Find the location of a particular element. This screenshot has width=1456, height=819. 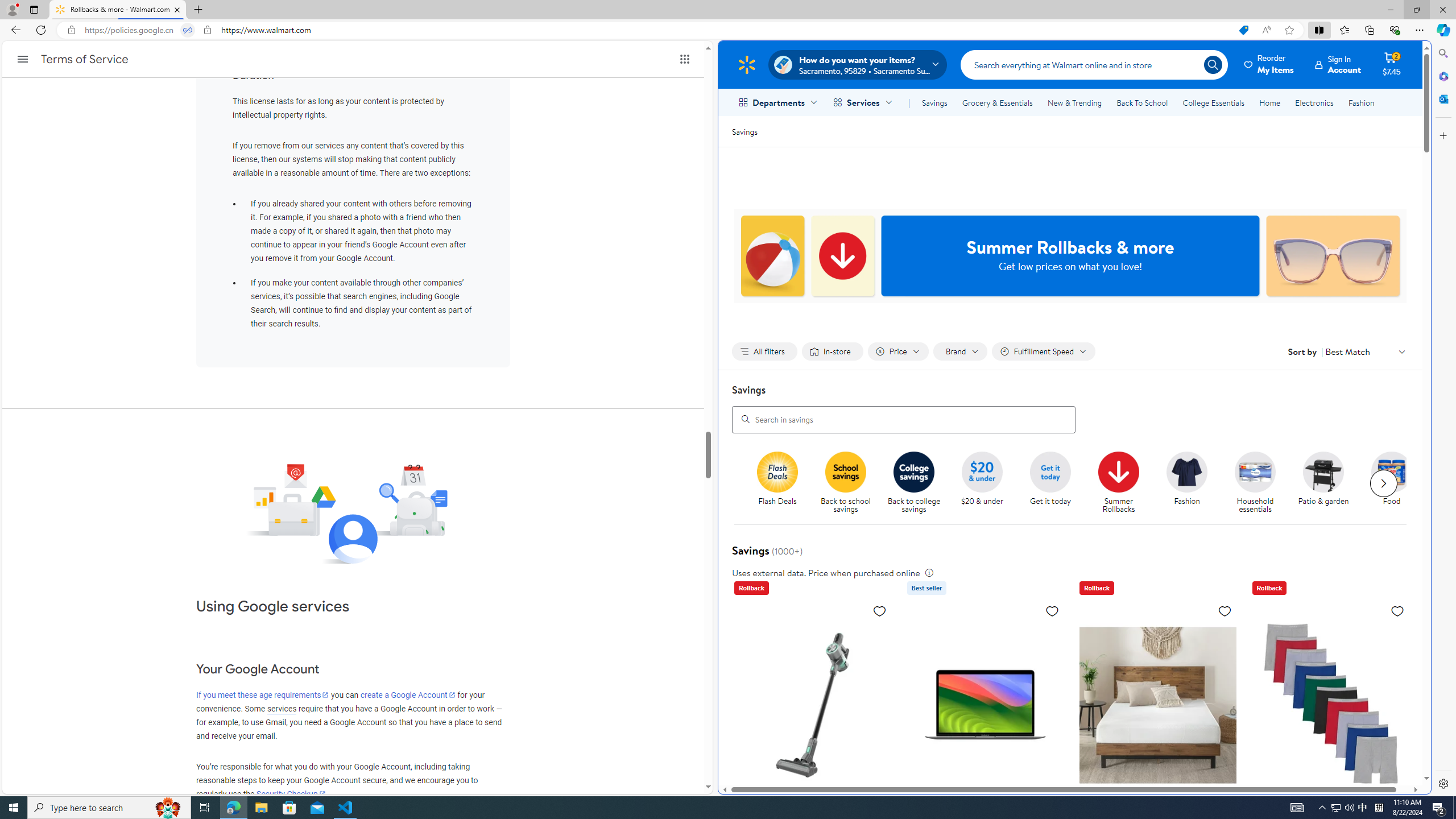

'Sort by Best Match' is located at coordinates (1366, 350).